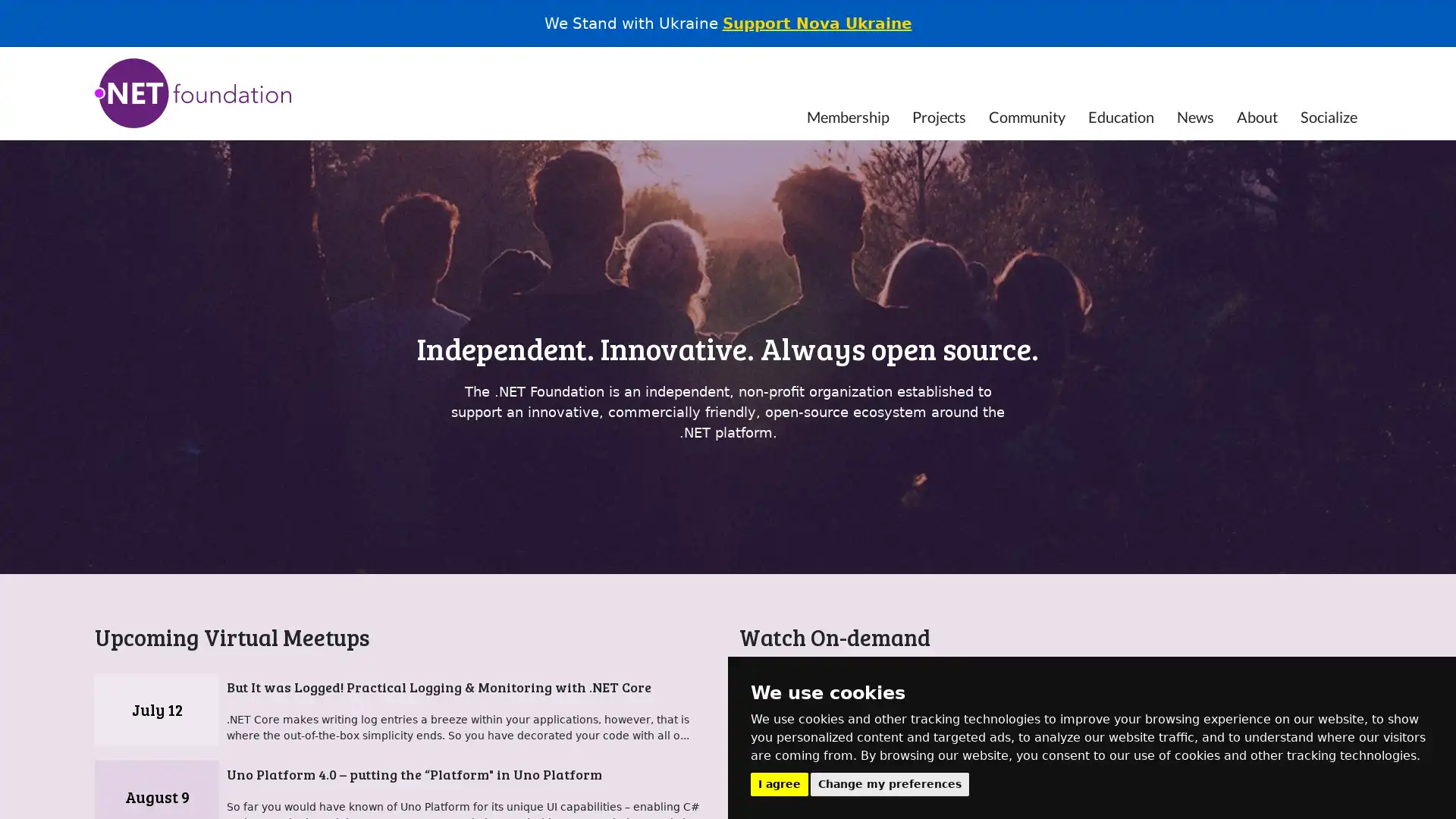 The image size is (1456, 819). Describe the element at coordinates (889, 784) in the screenshot. I see `Change my preferences` at that location.